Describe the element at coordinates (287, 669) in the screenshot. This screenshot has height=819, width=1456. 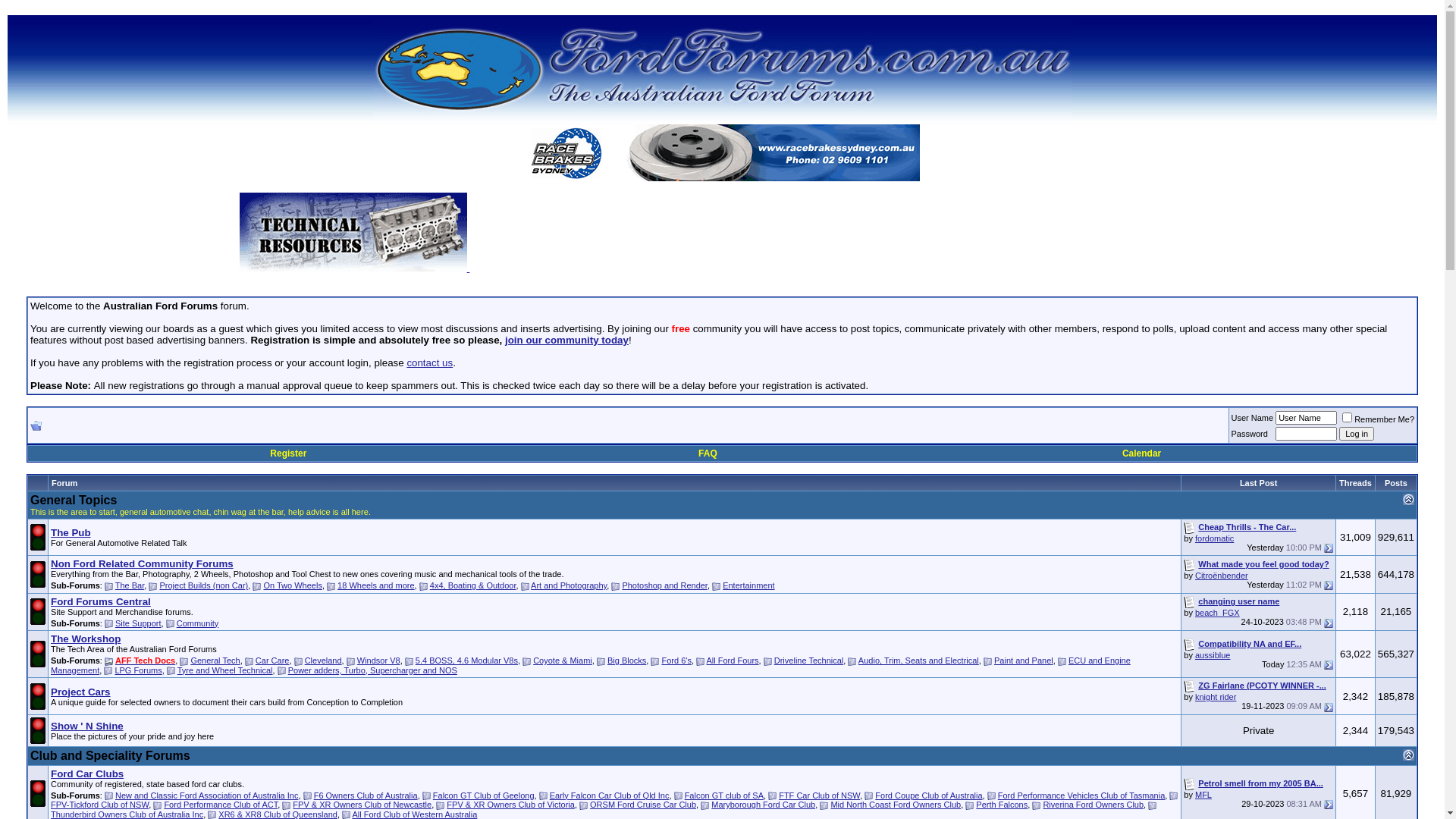
I see `'Power adders, Turbo, Supercharger and NOS'` at that location.